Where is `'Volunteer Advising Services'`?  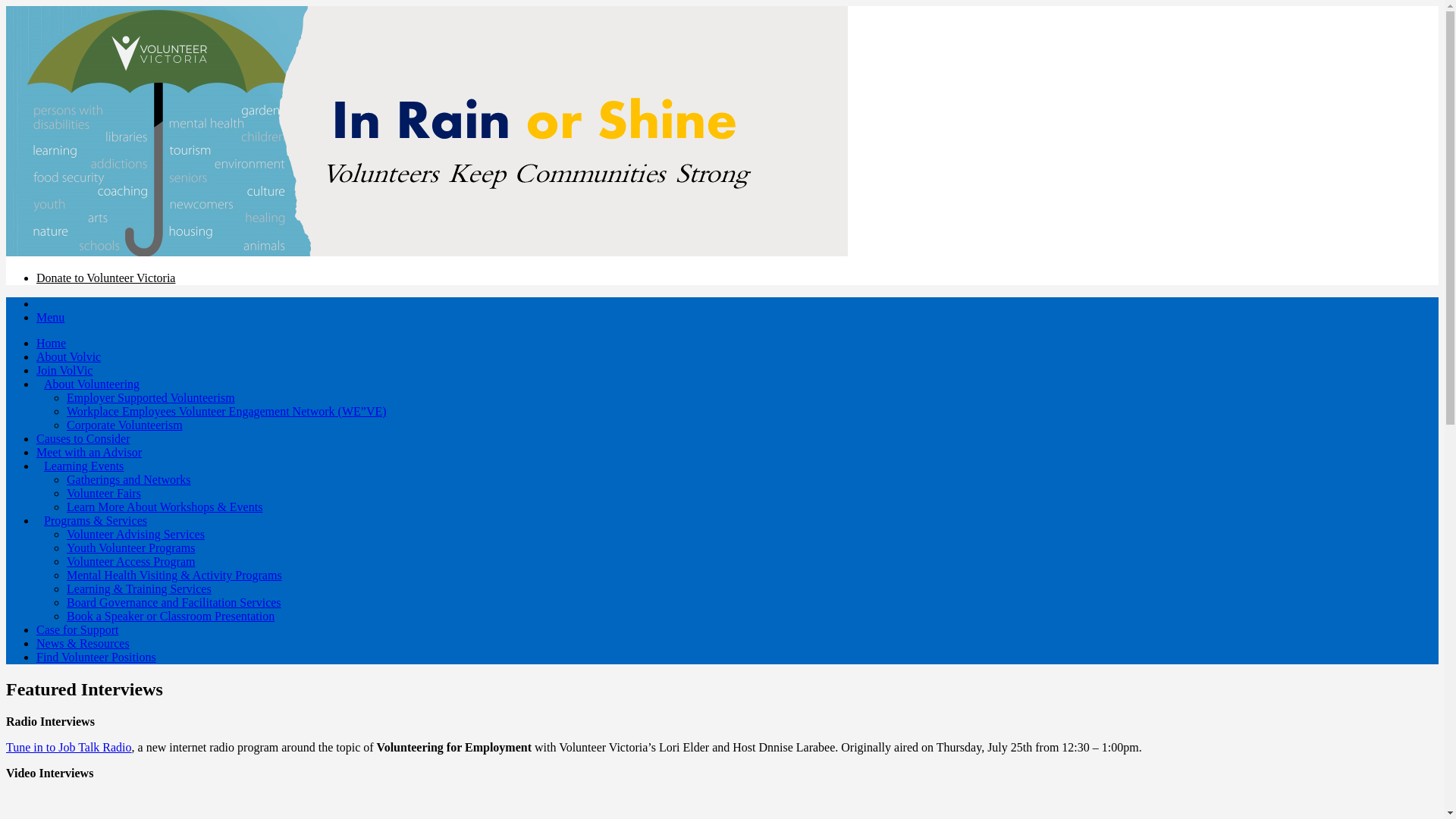
'Volunteer Advising Services' is located at coordinates (65, 533).